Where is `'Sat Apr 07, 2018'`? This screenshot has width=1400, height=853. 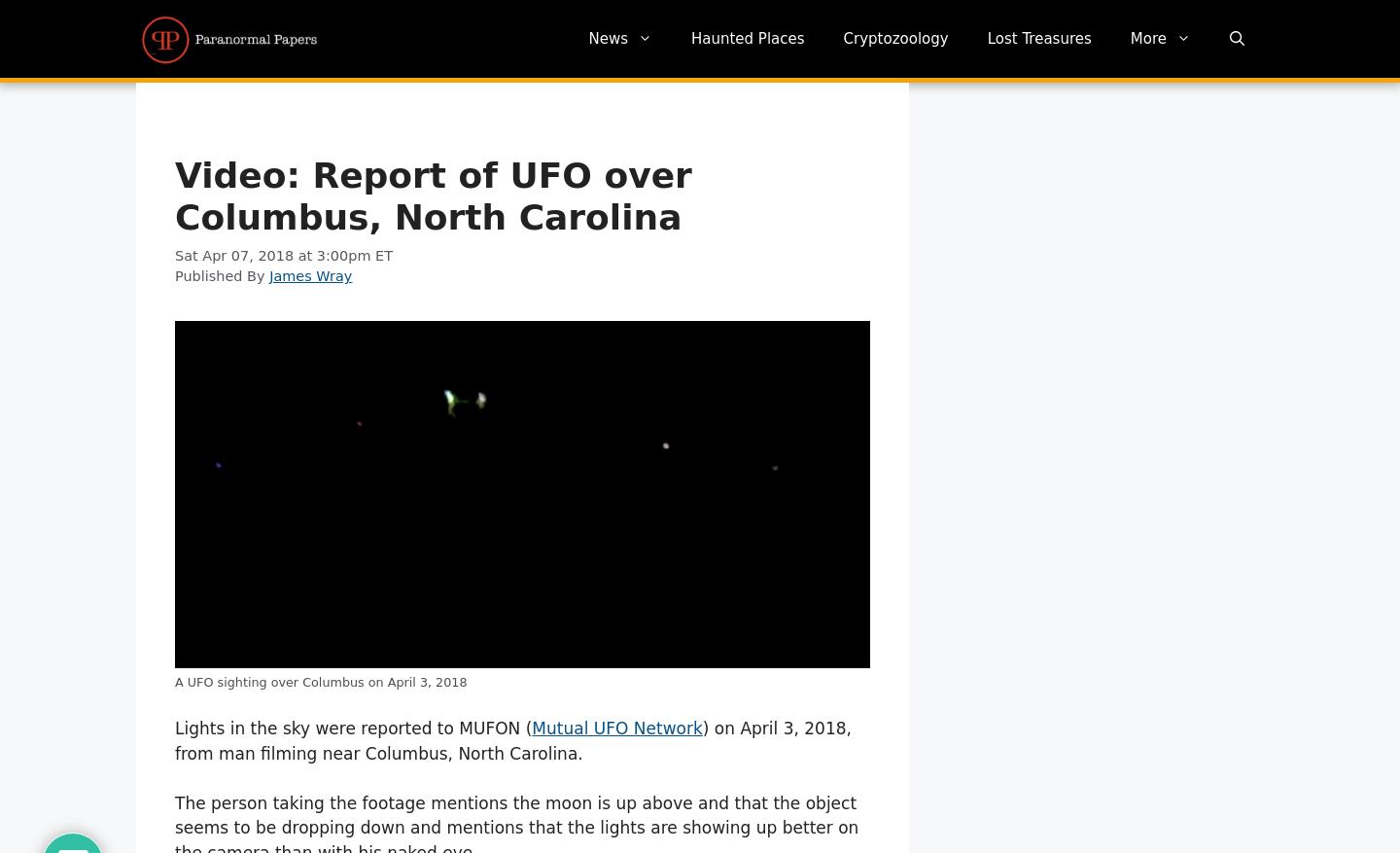 'Sat Apr 07, 2018' is located at coordinates (235, 254).